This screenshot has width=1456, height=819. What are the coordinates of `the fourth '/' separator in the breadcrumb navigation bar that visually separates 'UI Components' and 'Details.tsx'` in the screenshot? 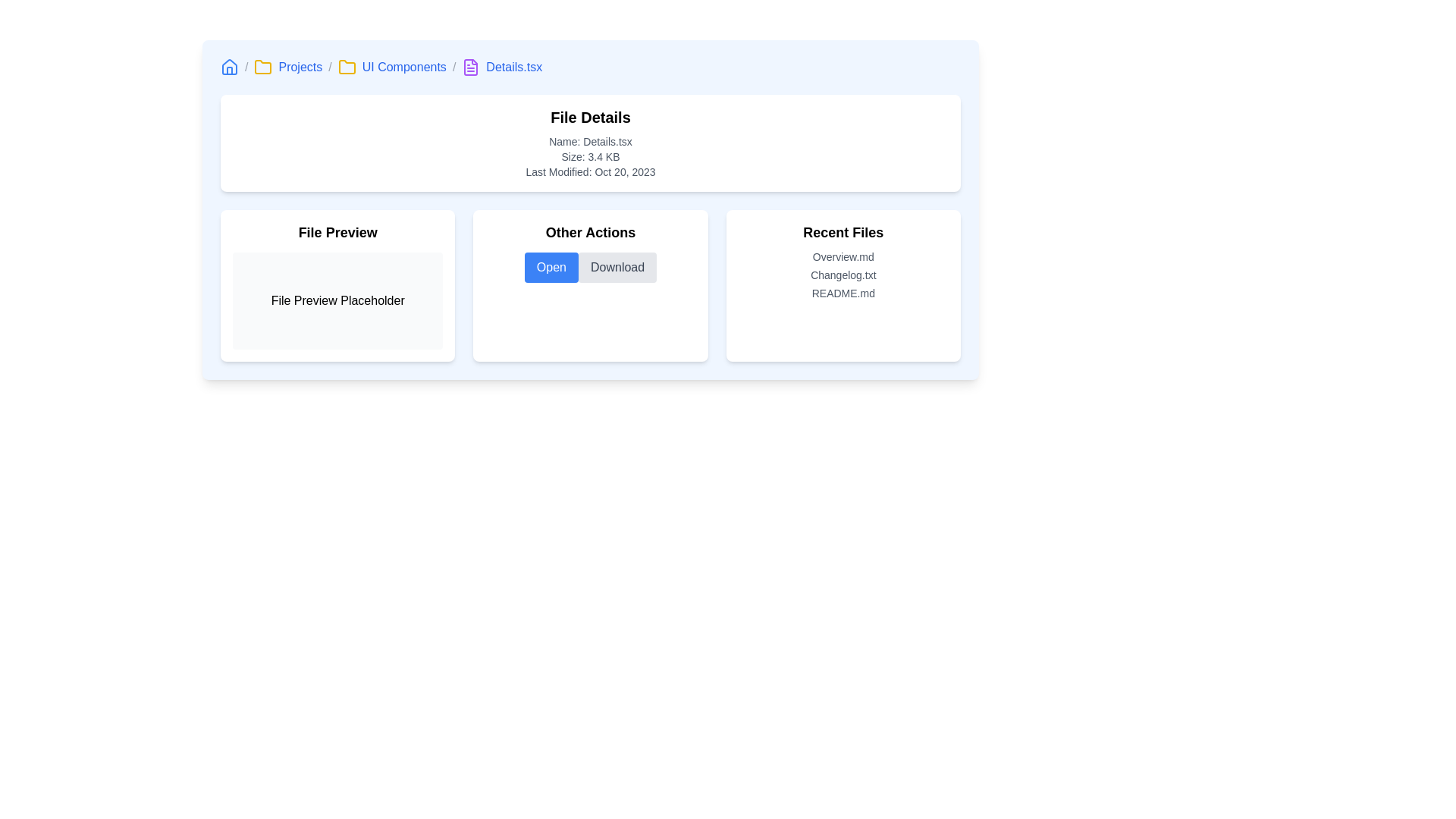 It's located at (453, 66).